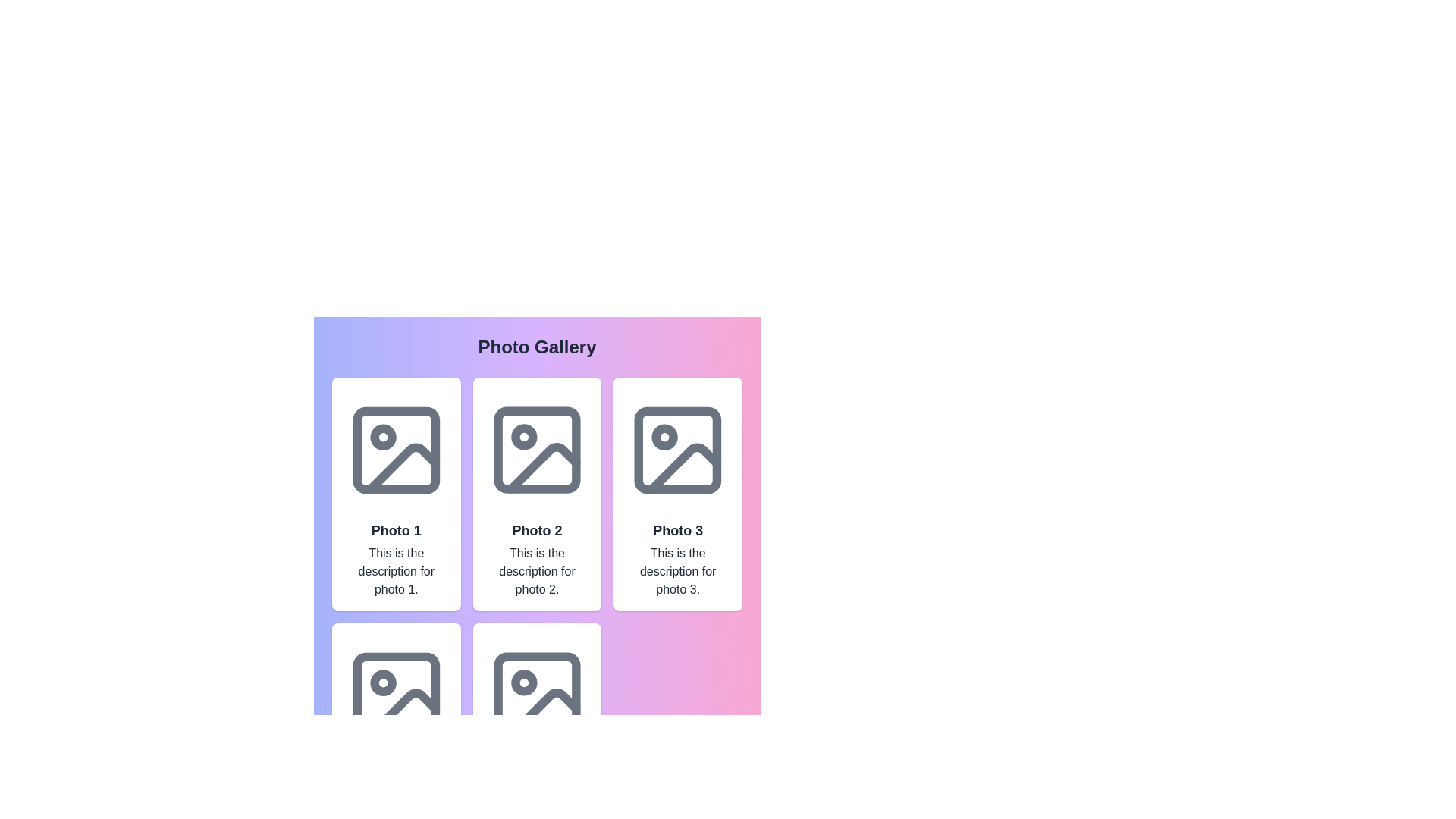 The image size is (1456, 819). What do you see at coordinates (677, 529) in the screenshot?
I see `the static text label that displays 'Photo 3', which is styled in bold and large font, located beneath the image and above the description text within its card` at bounding box center [677, 529].